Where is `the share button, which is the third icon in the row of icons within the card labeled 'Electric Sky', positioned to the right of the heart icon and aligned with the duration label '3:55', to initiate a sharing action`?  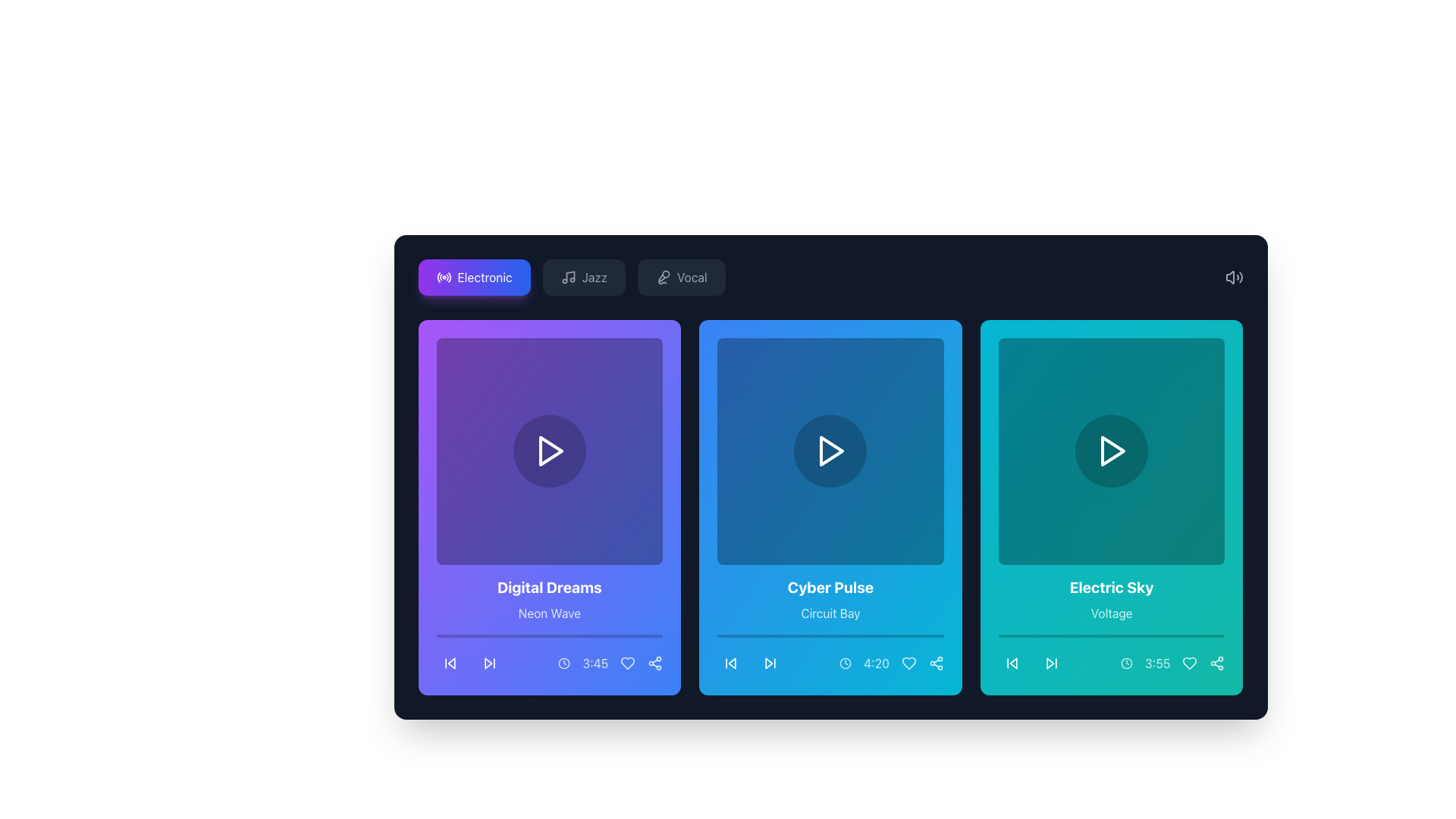
the share button, which is the third icon in the row of icons within the card labeled 'Electric Sky', positioned to the right of the heart icon and aligned with the duration label '3:55', to initiate a sharing action is located at coordinates (1217, 662).